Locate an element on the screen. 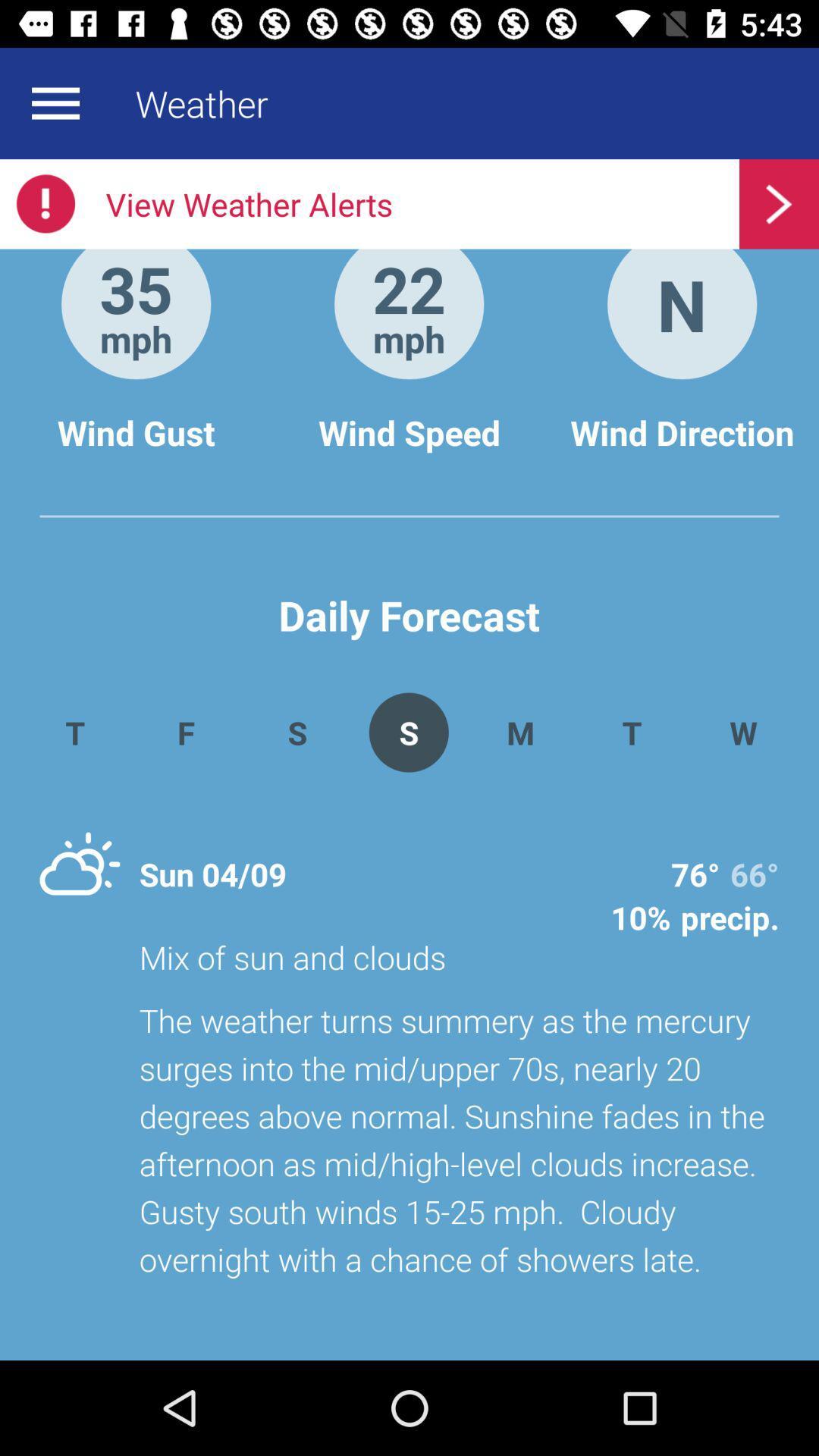 The width and height of the screenshot is (819, 1456). the app above mix of sun icon is located at coordinates (519, 732).